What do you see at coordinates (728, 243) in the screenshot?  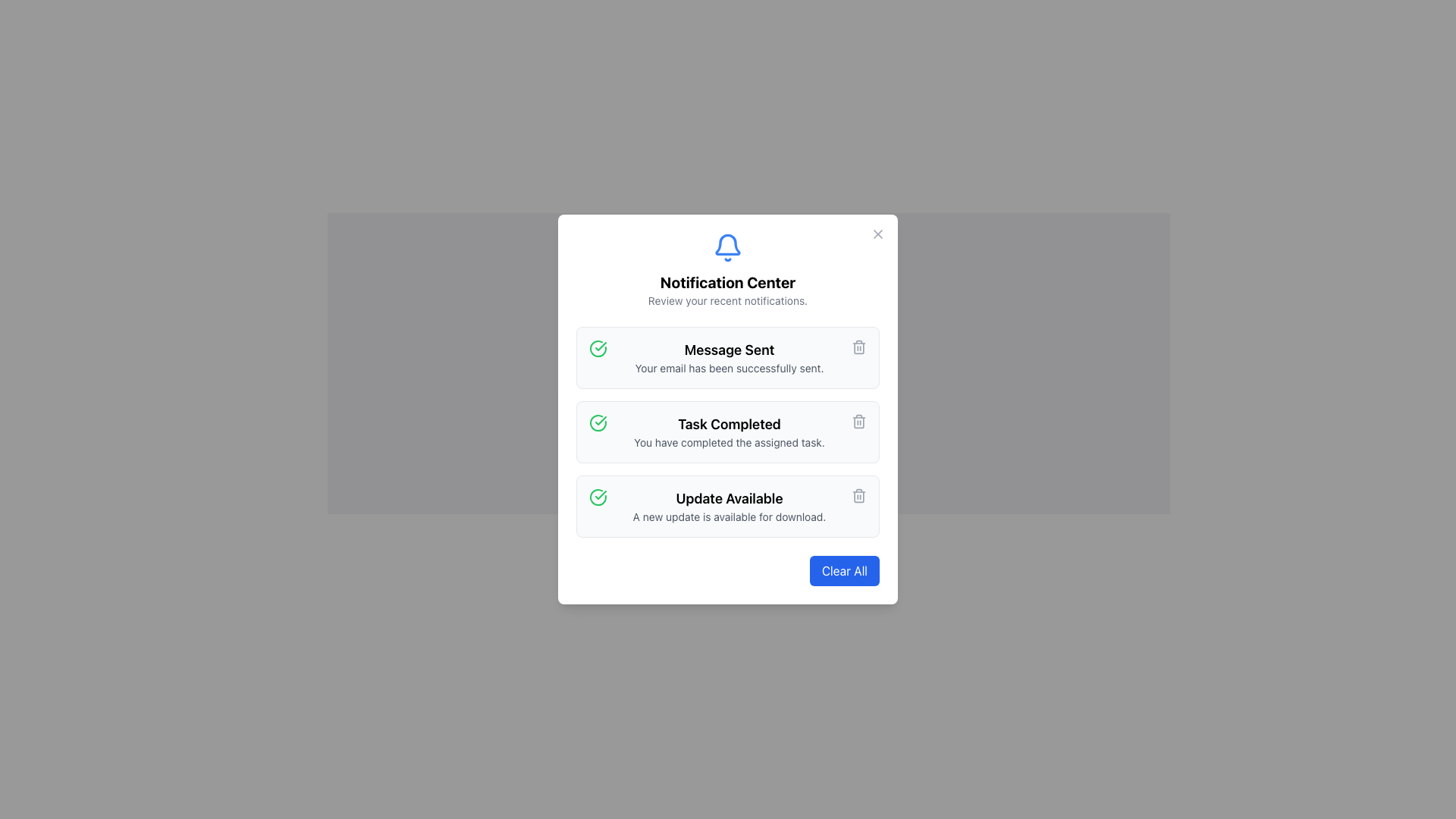 I see `the lower part of the bell-shaped icon with a blue outline, located at the top of the notification panel` at bounding box center [728, 243].